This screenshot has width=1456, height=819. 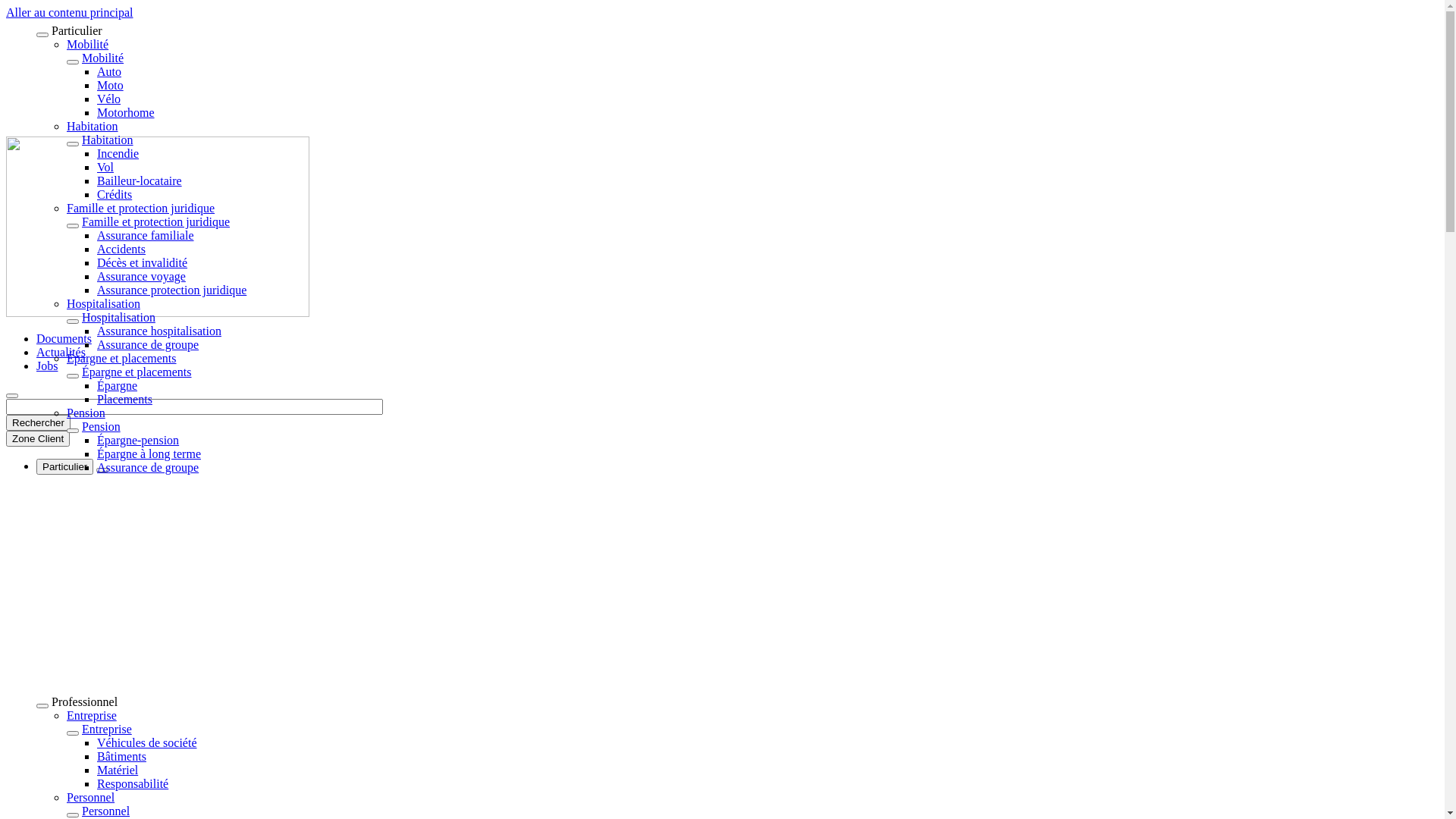 What do you see at coordinates (124, 398) in the screenshot?
I see `'Placements'` at bounding box center [124, 398].